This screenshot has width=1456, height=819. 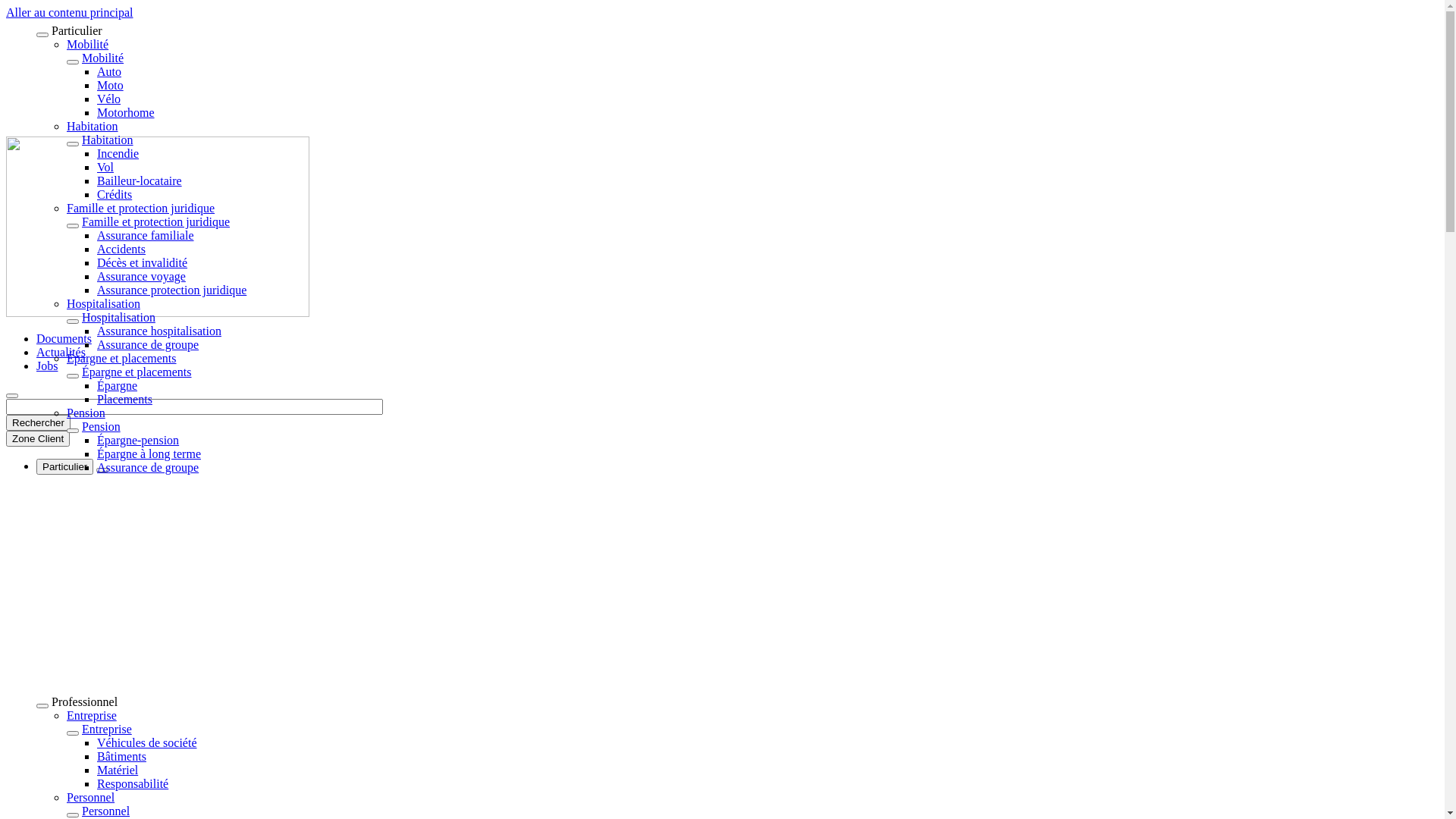 What do you see at coordinates (124, 398) in the screenshot?
I see `'Placements'` at bounding box center [124, 398].